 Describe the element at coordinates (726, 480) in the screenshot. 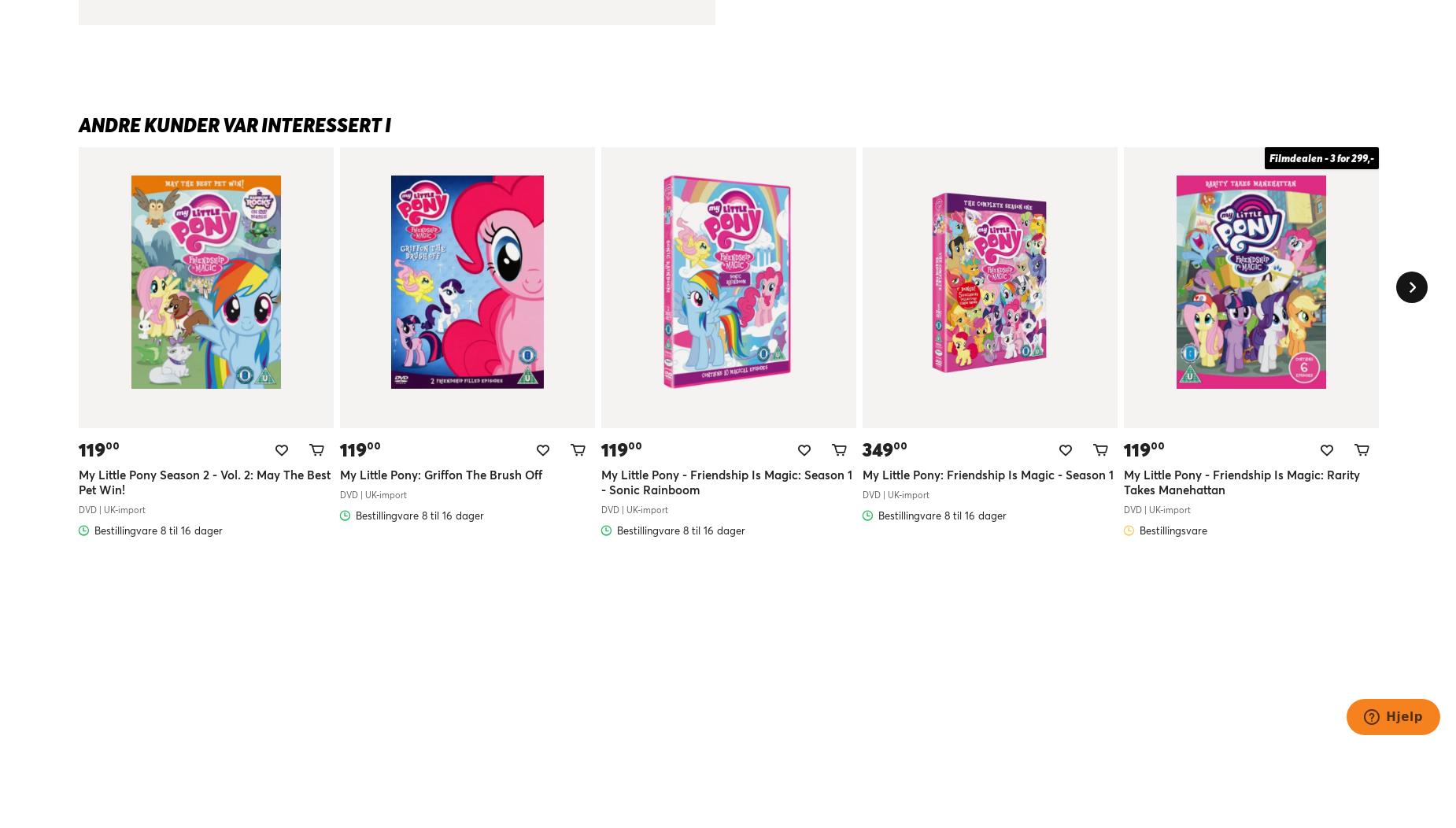

I see `'My Little Pony - Friendship Is Magic: Season 1 - Sonic Rainboom'` at that location.